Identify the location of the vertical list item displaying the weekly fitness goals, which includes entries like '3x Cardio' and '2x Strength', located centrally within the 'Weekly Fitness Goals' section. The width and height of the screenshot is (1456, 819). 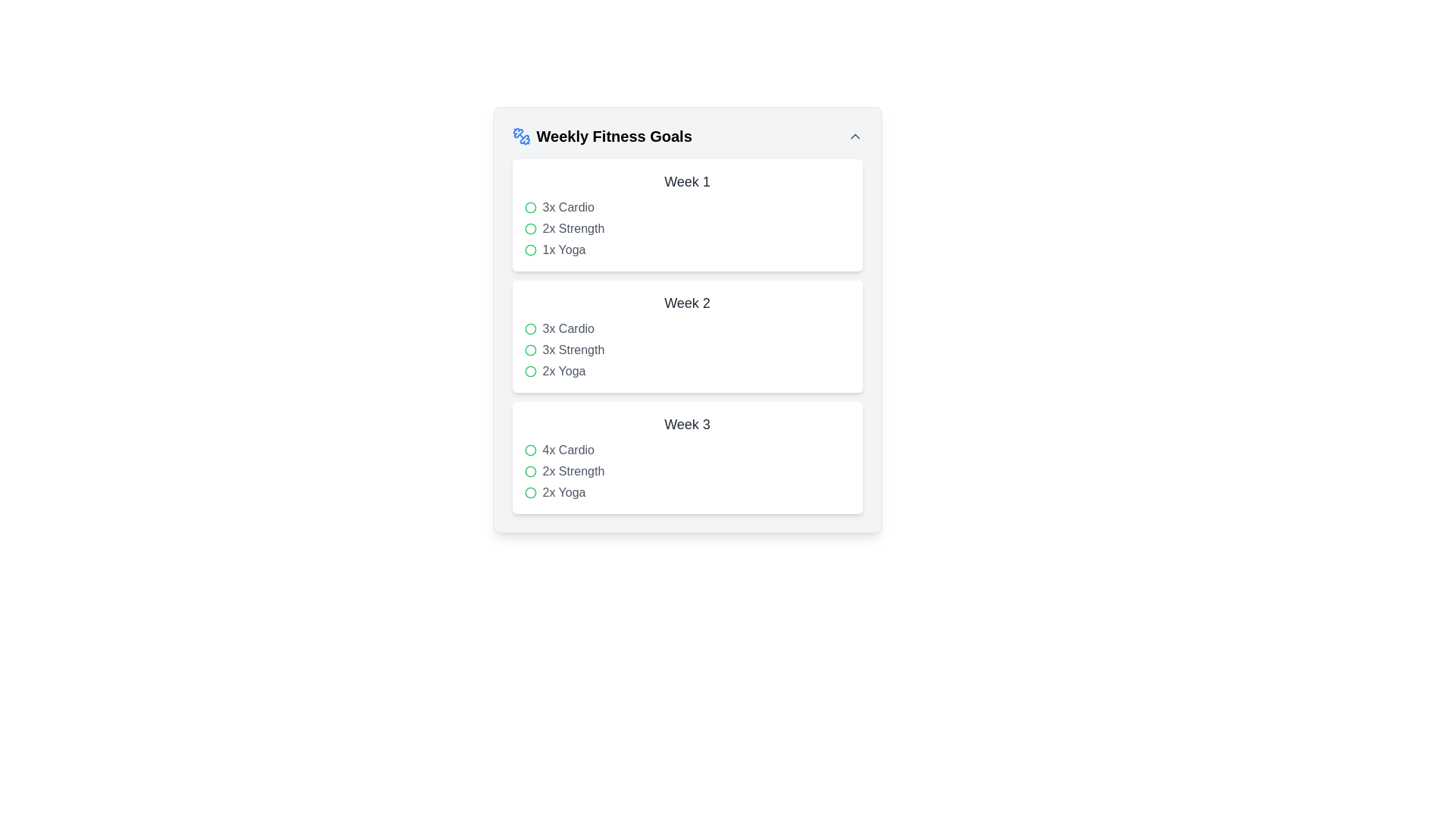
(686, 335).